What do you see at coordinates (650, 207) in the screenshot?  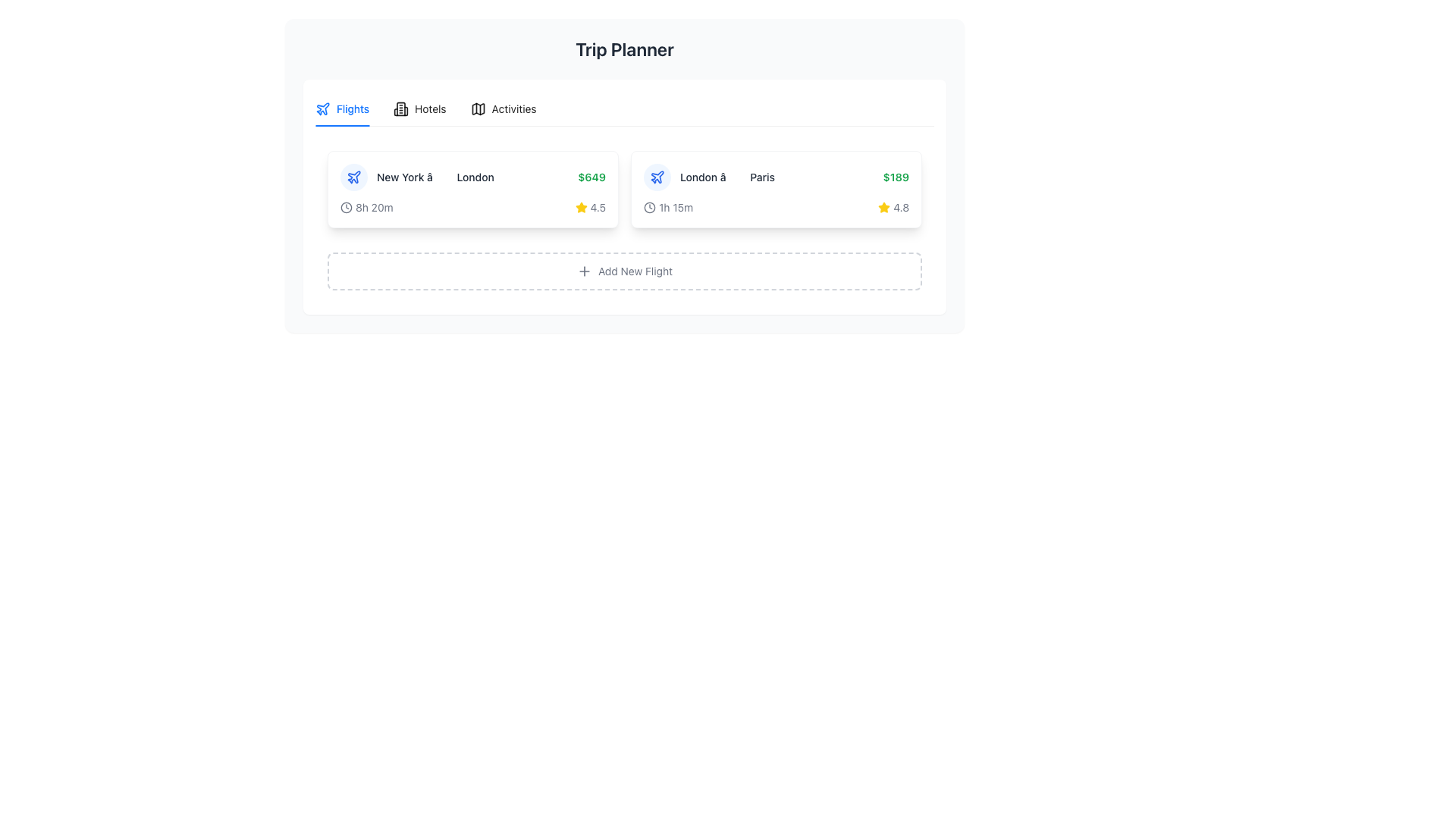 I see `the SVG circle shape that forms the outer circle of the clock icon, located in the lower-left section of the flight card between 'London' and 'Paris'` at bounding box center [650, 207].